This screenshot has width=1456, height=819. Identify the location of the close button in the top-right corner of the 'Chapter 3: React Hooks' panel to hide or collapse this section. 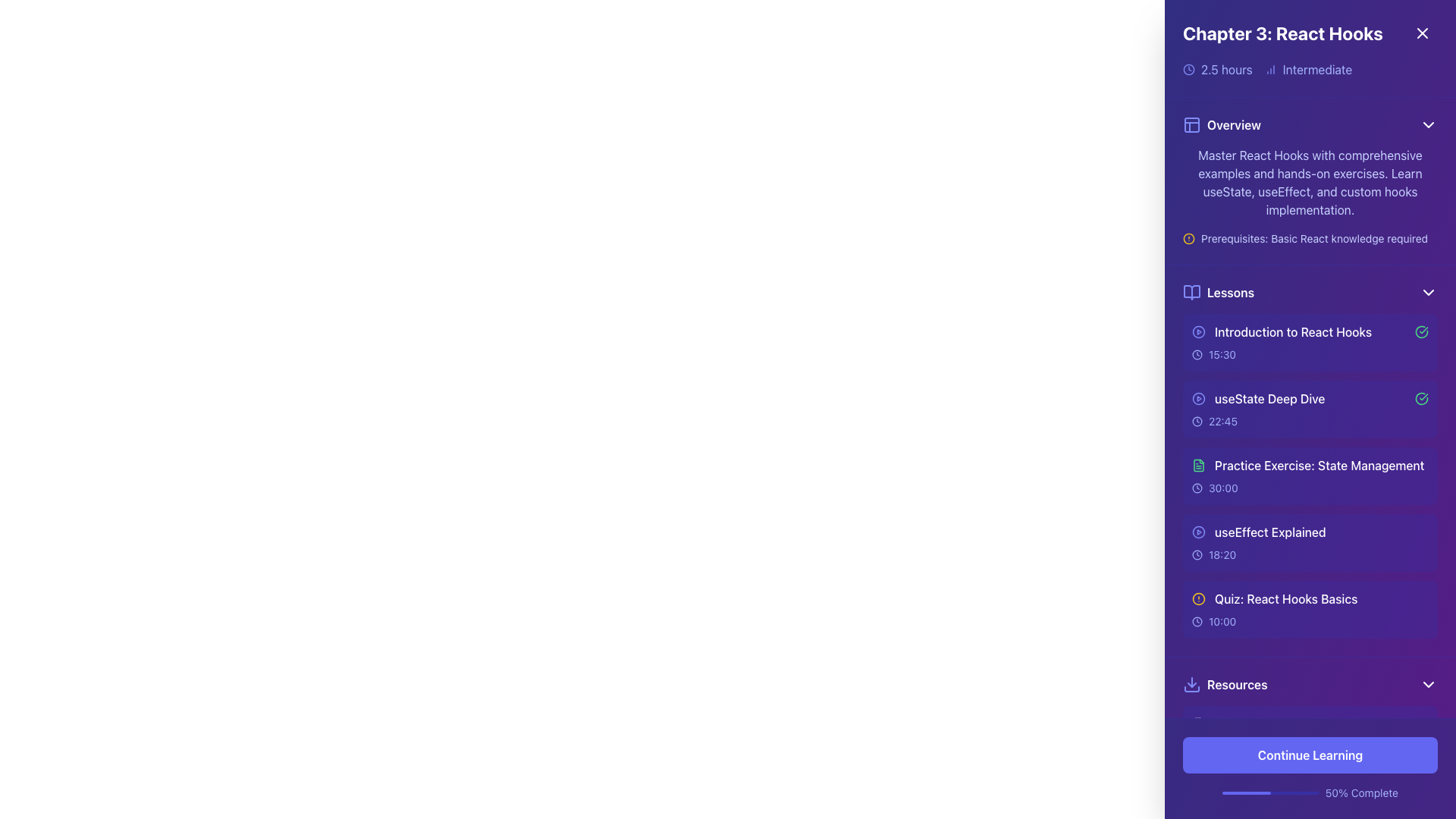
(1422, 33).